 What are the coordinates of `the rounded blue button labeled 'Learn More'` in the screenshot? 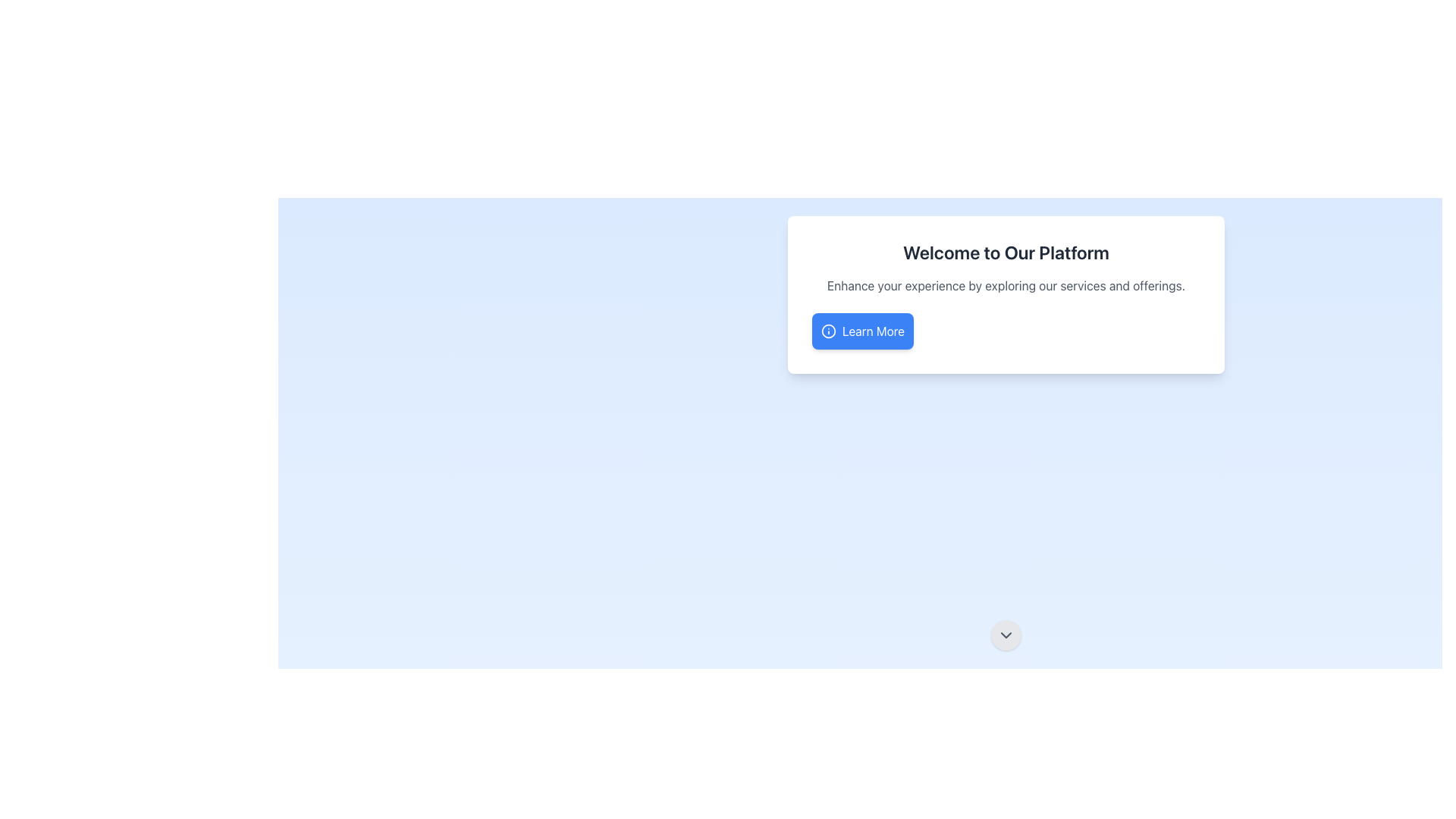 It's located at (862, 330).